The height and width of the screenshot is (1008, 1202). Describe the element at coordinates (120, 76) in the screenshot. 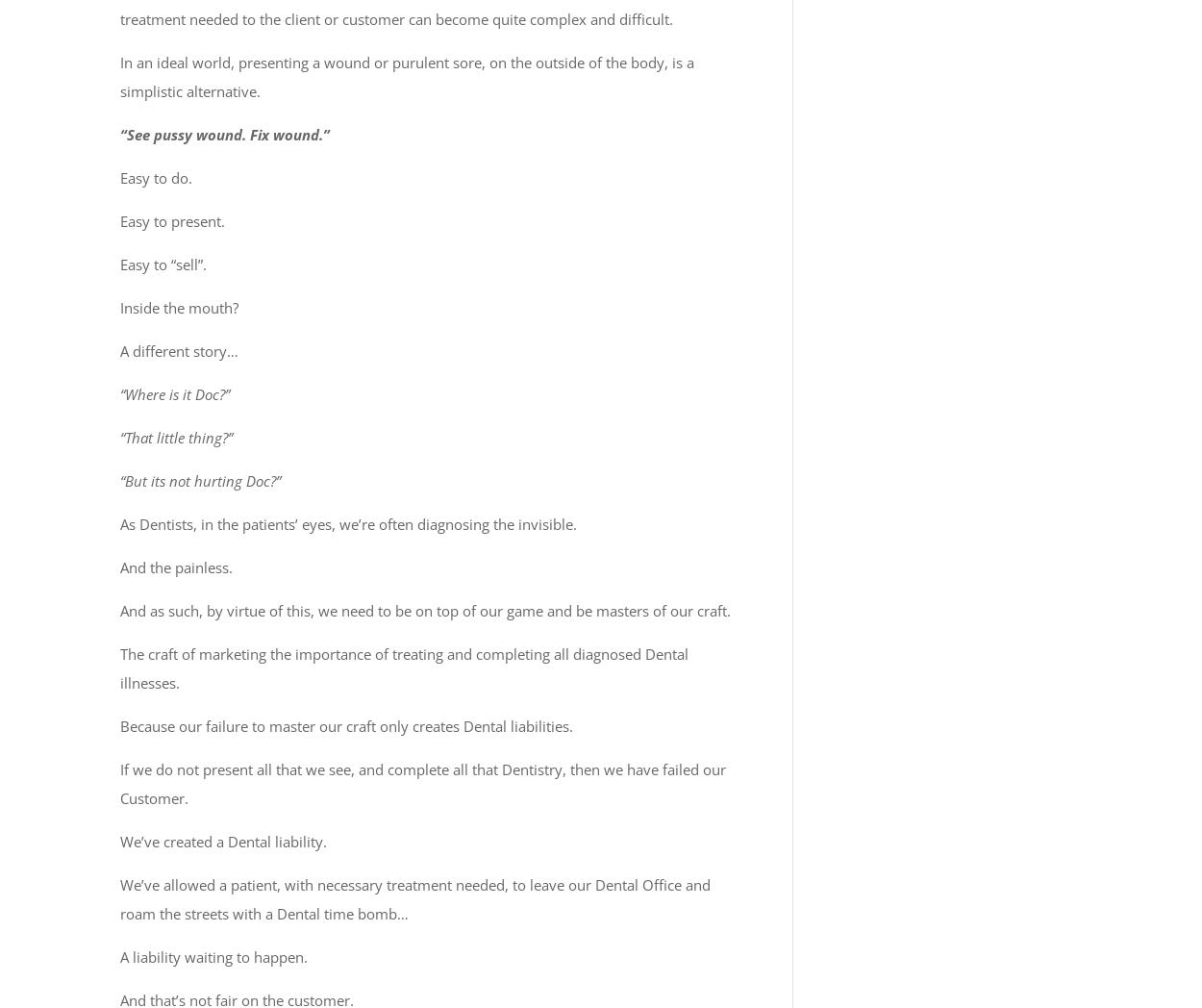

I see `'In an ideal world, presenting a wound or purulent sore, on the outside of the body, is a simplistic alternative.'` at that location.